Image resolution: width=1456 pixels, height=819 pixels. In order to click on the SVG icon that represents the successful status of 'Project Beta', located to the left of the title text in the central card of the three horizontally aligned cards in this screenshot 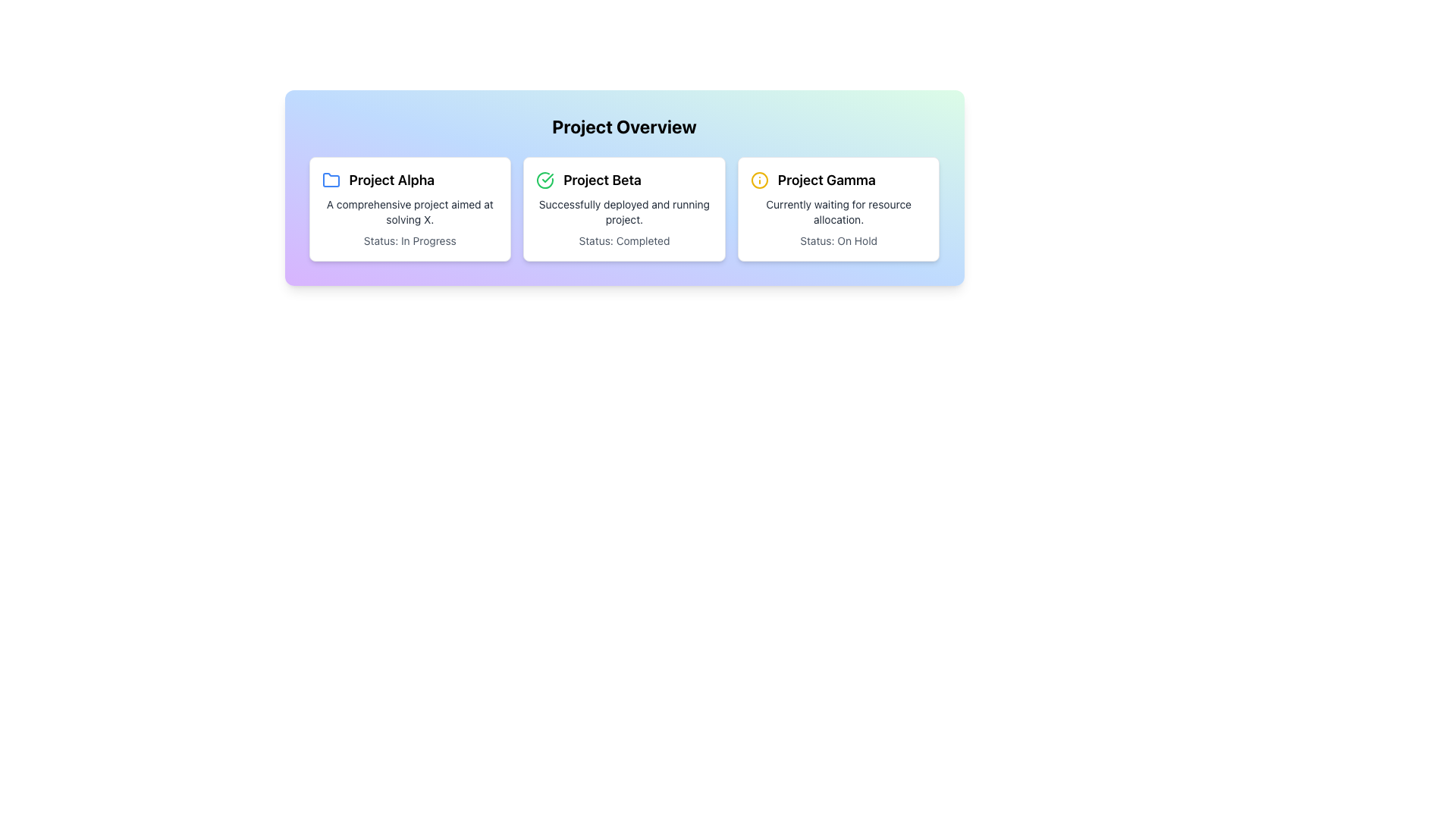, I will do `click(545, 180)`.